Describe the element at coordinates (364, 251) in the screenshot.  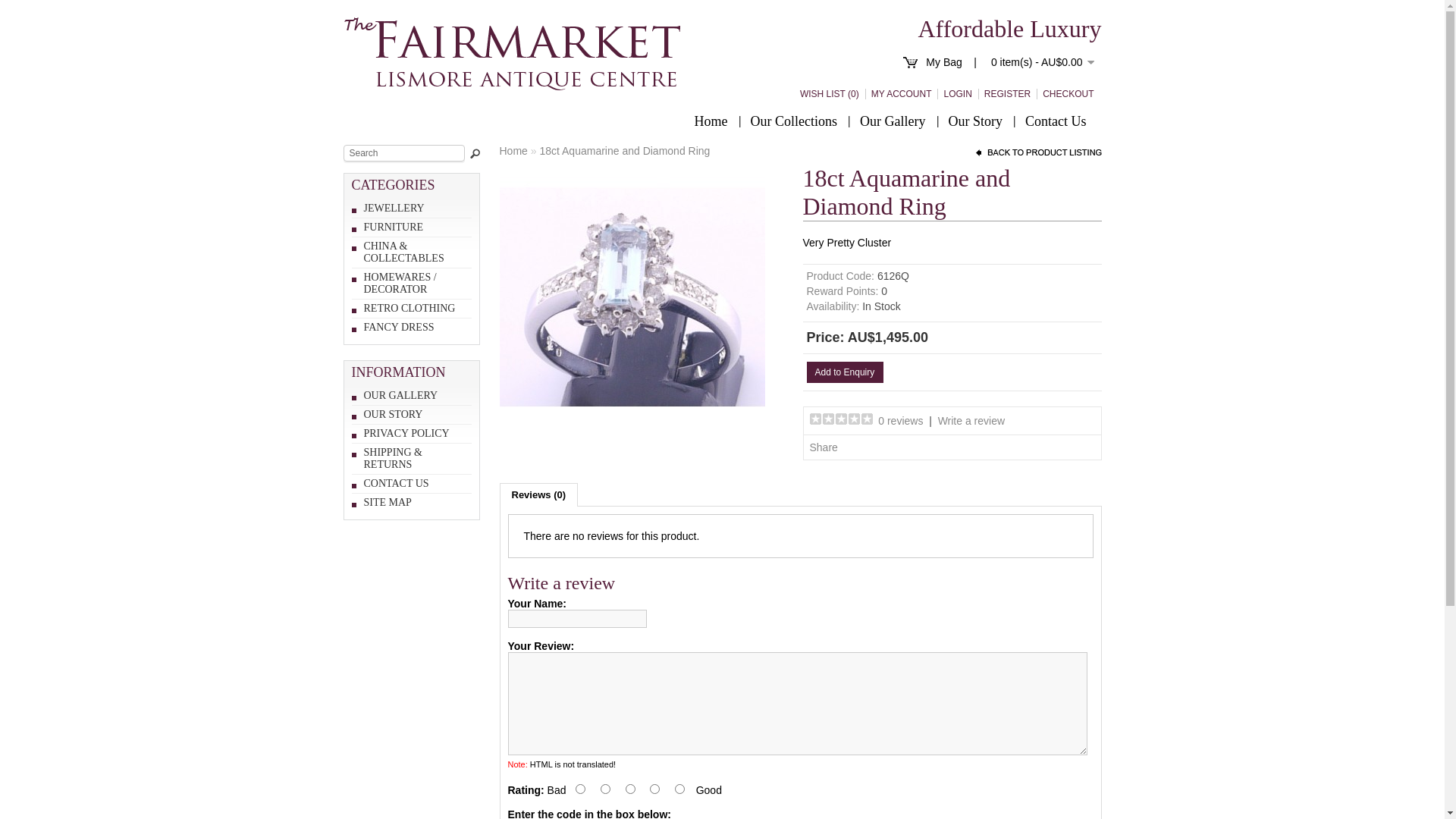
I see `'CHINA & COLLECTABLES'` at that location.